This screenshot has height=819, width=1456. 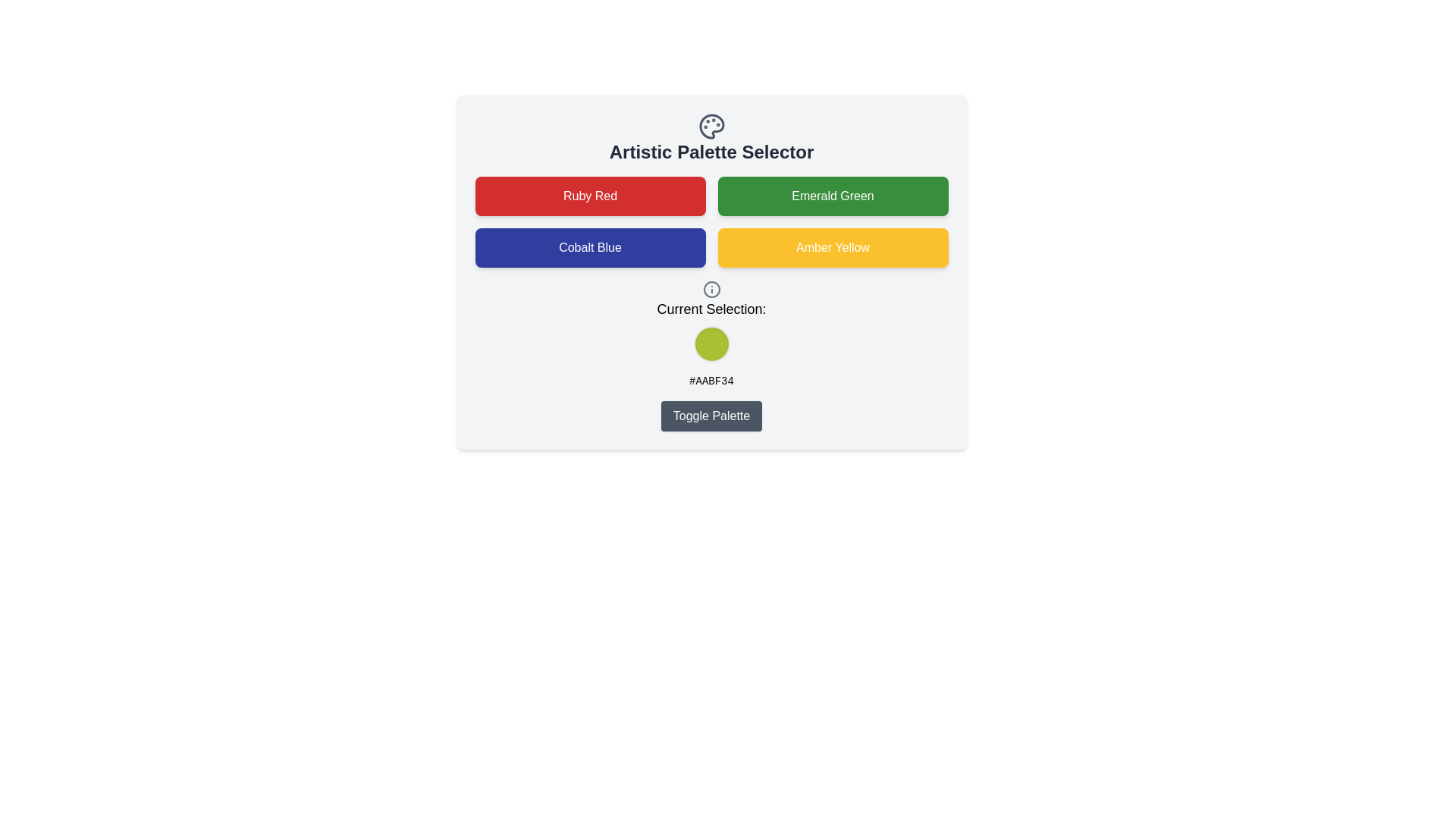 I want to click on the Icon segment of the artistic palette illustration, which is styled in shades of gray and is part of the larger vector graphic, located above the 'Artistic Palette Selector' heading, so click(x=711, y=125).